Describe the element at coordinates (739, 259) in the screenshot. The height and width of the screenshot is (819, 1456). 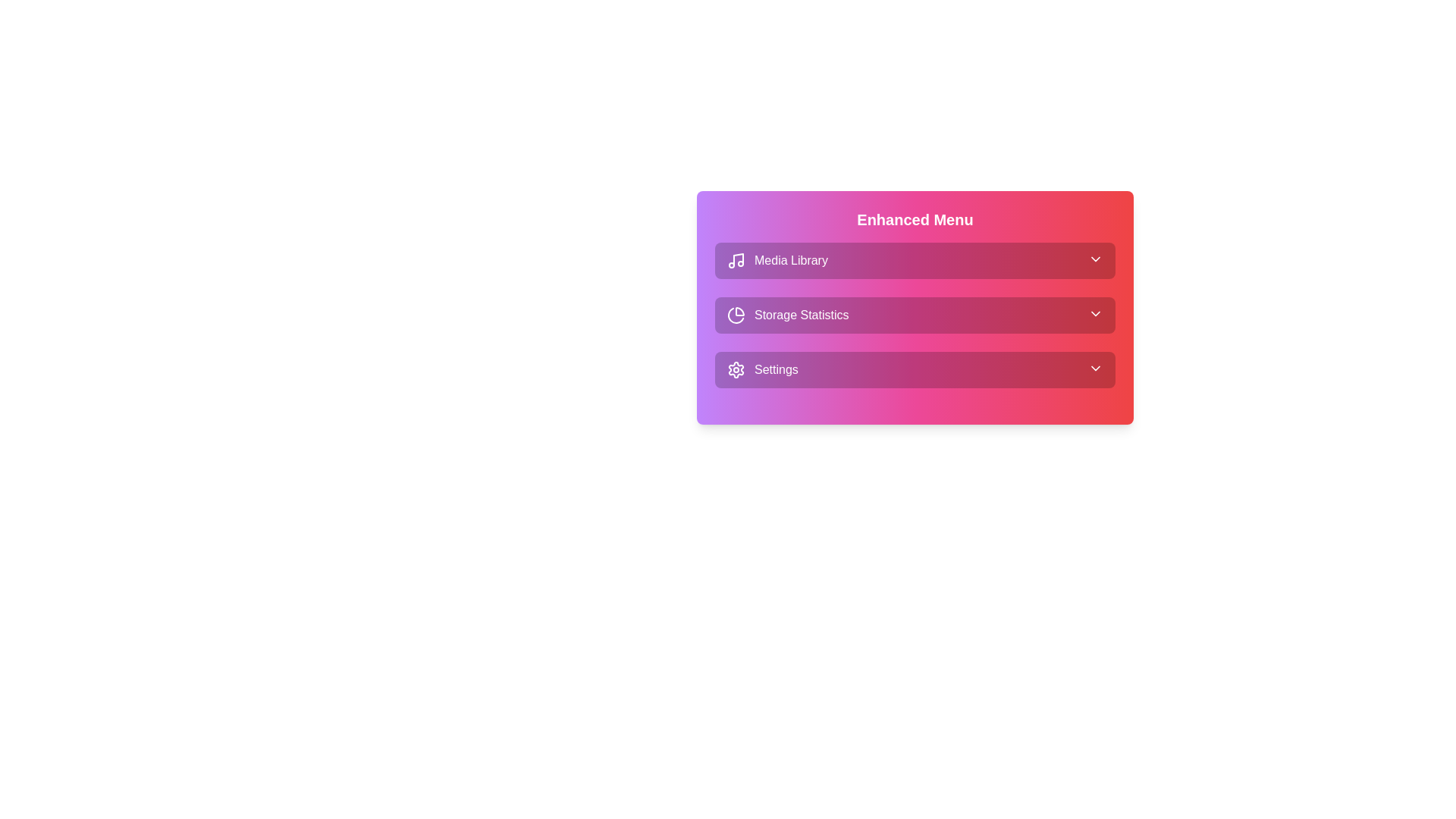
I see `the vertical bar of the musical note icon within the 'Media Library' option in the Enhanced Menu` at that location.